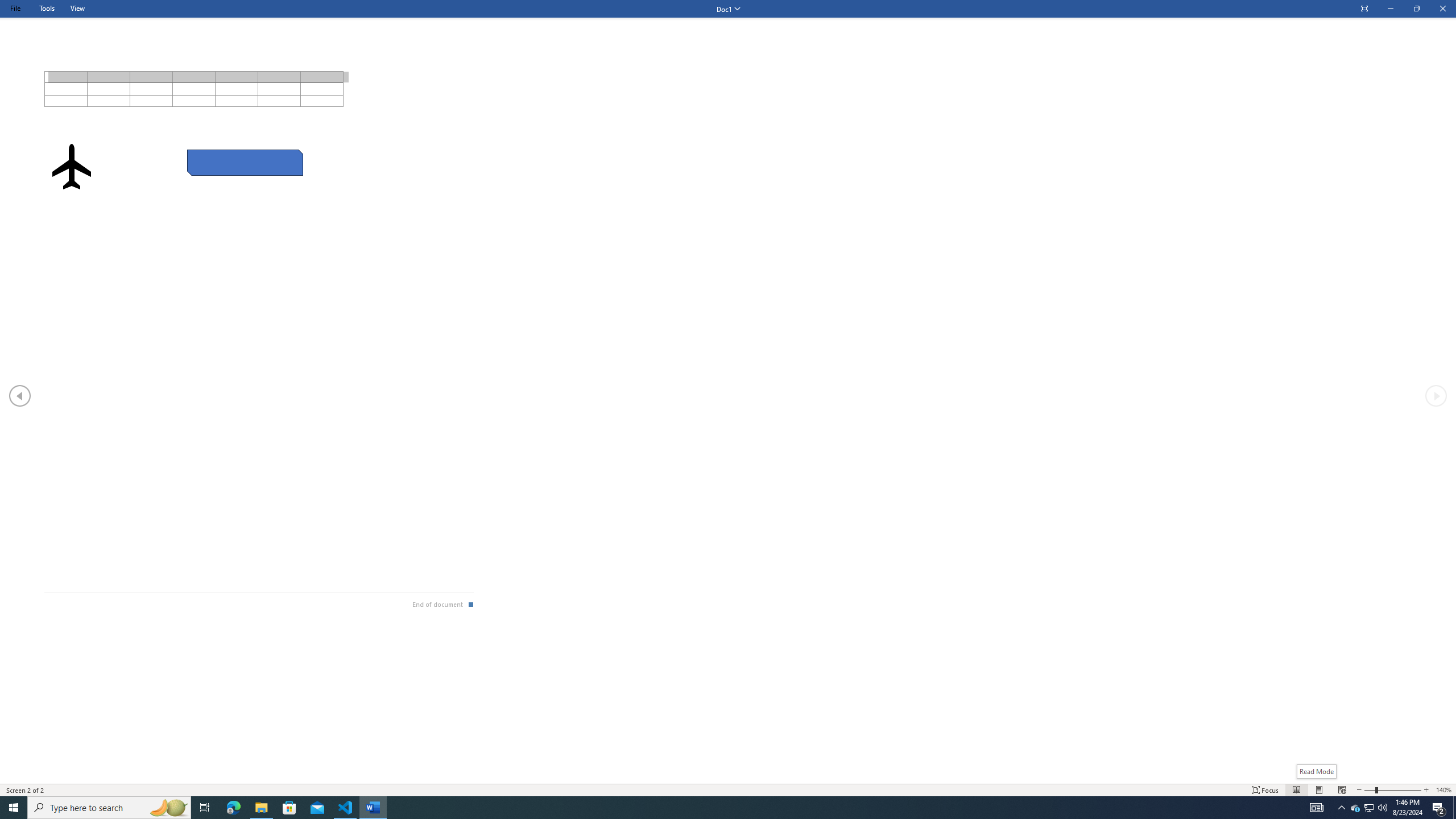  I want to click on 'Tools', so click(46, 8).